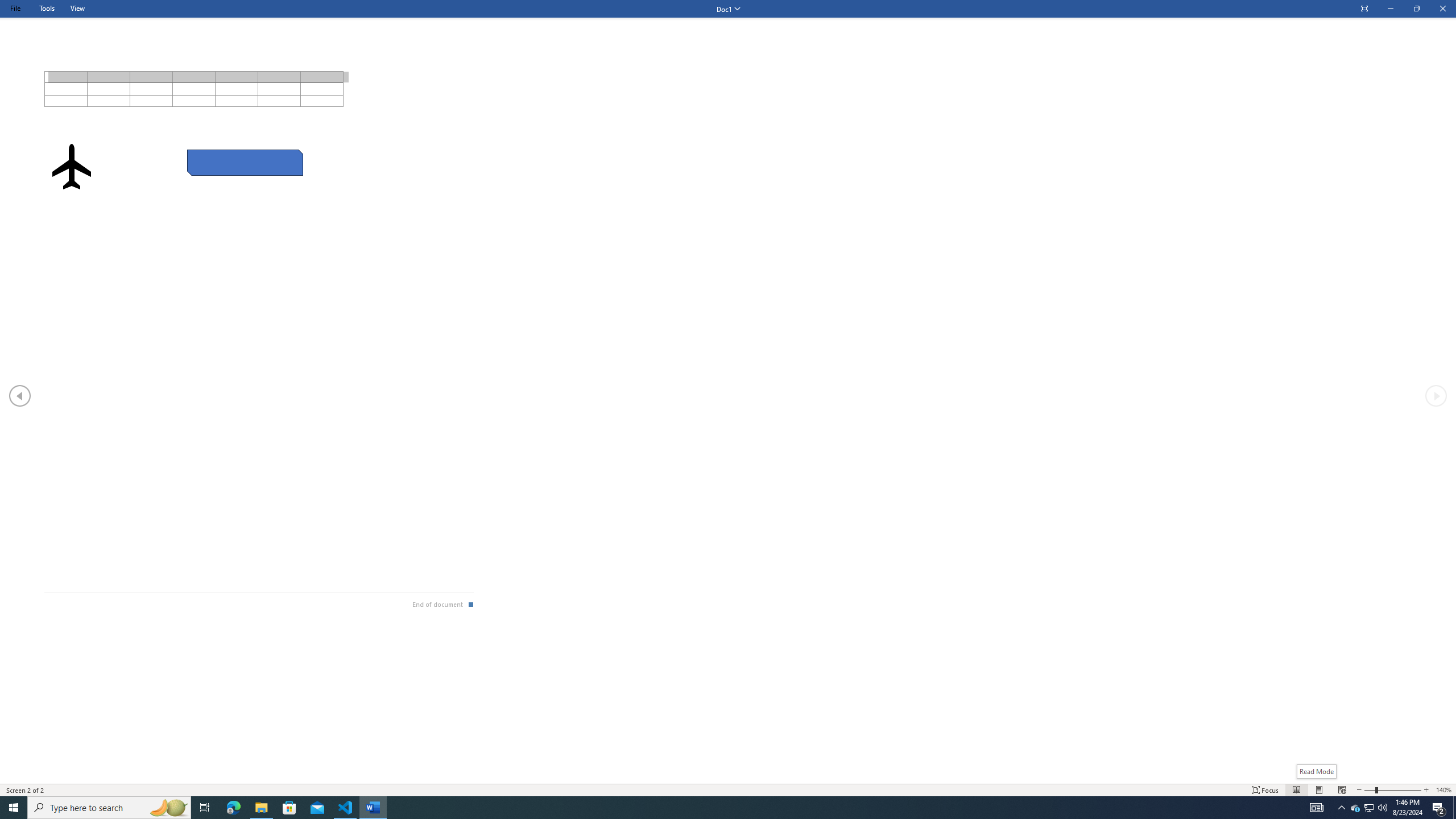  I want to click on 'Tools', so click(46, 8).